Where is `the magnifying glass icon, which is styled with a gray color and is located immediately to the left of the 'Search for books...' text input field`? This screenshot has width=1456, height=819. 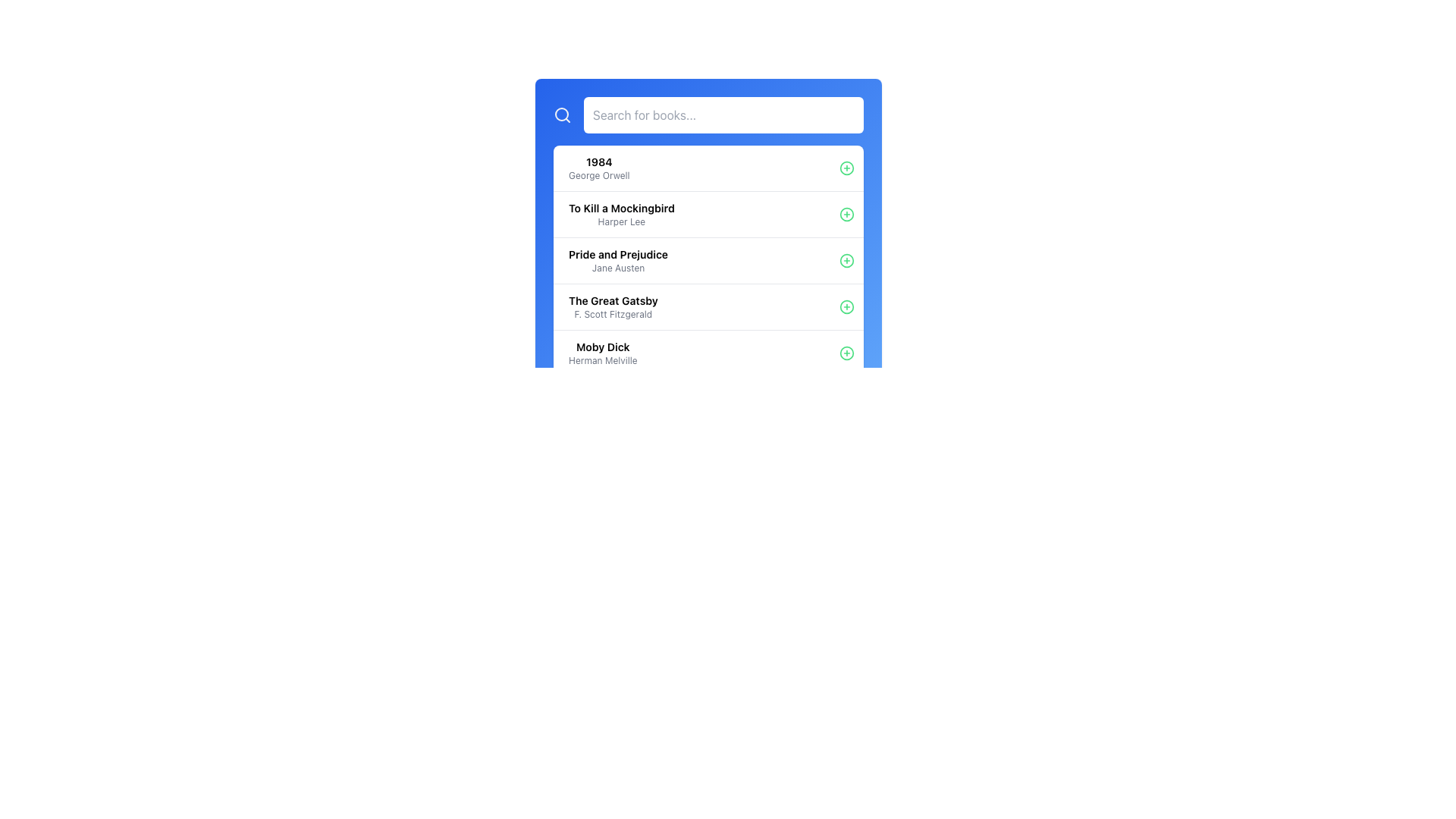
the magnifying glass icon, which is styled with a gray color and is located immediately to the left of the 'Search for books...' text input field is located at coordinates (562, 114).